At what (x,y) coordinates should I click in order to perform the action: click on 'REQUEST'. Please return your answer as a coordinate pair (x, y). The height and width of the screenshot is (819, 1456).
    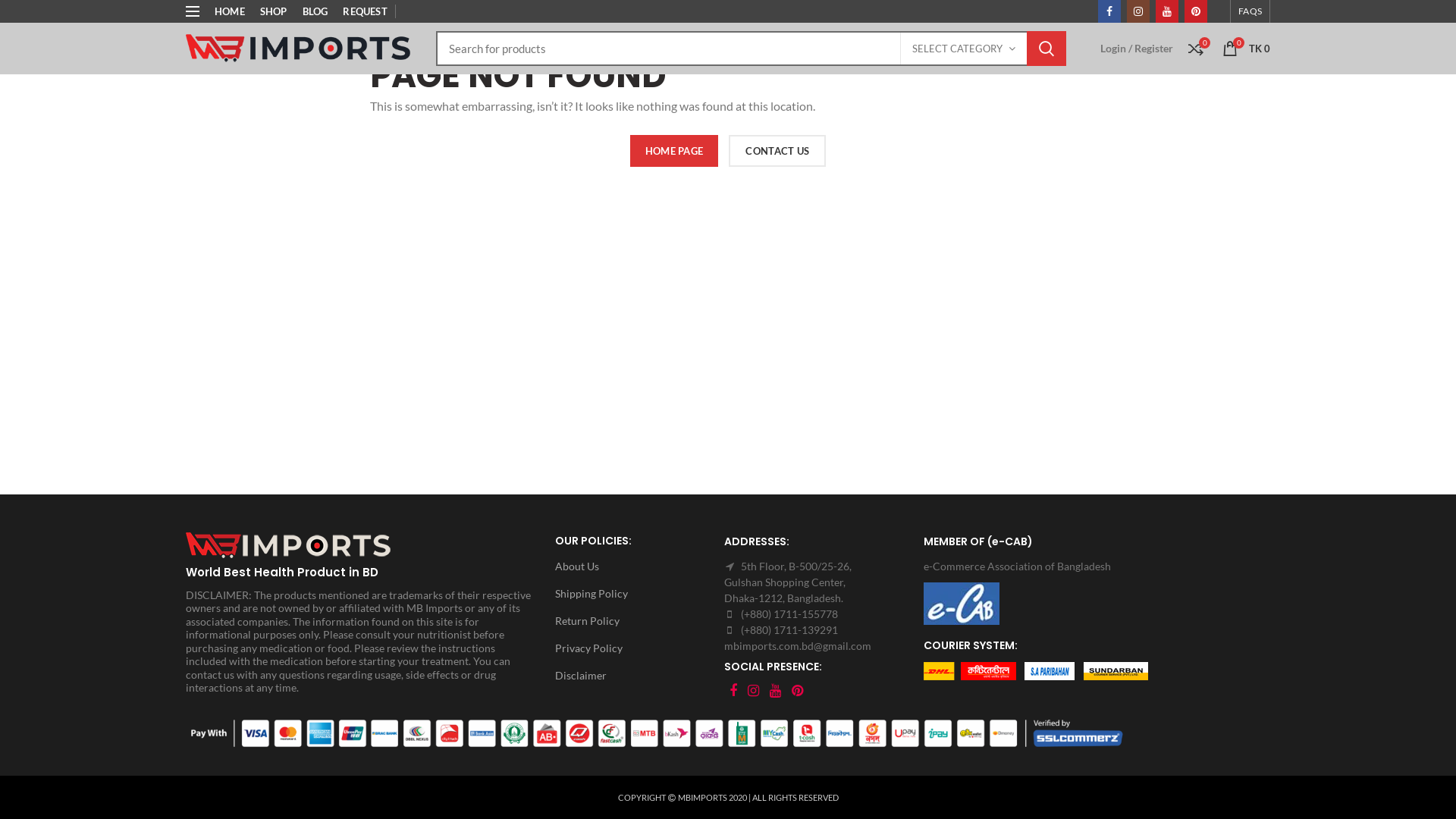
    Looking at the image, I should click on (364, 11).